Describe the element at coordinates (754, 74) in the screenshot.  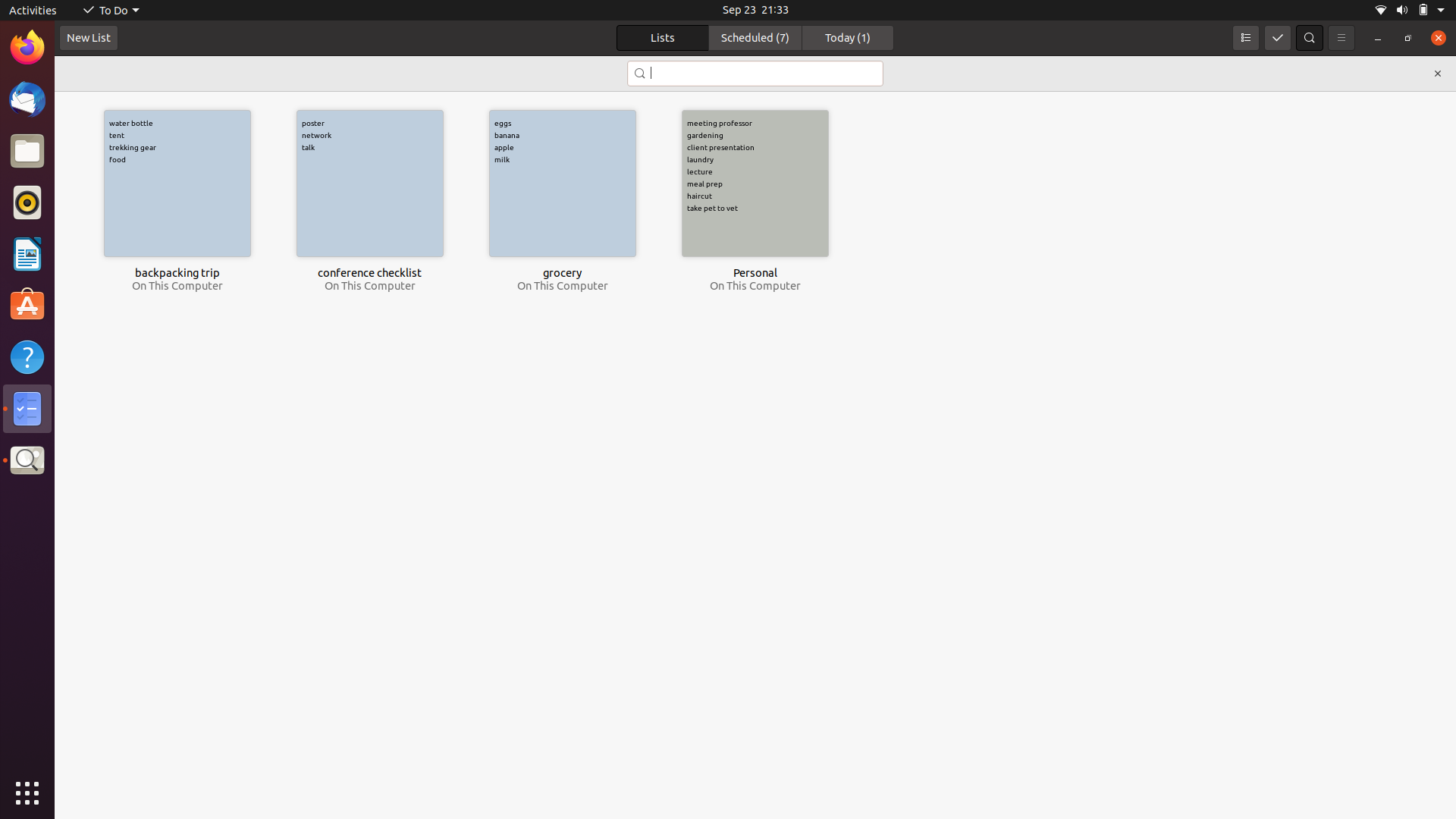
I see `the to-do named "conference` at that location.